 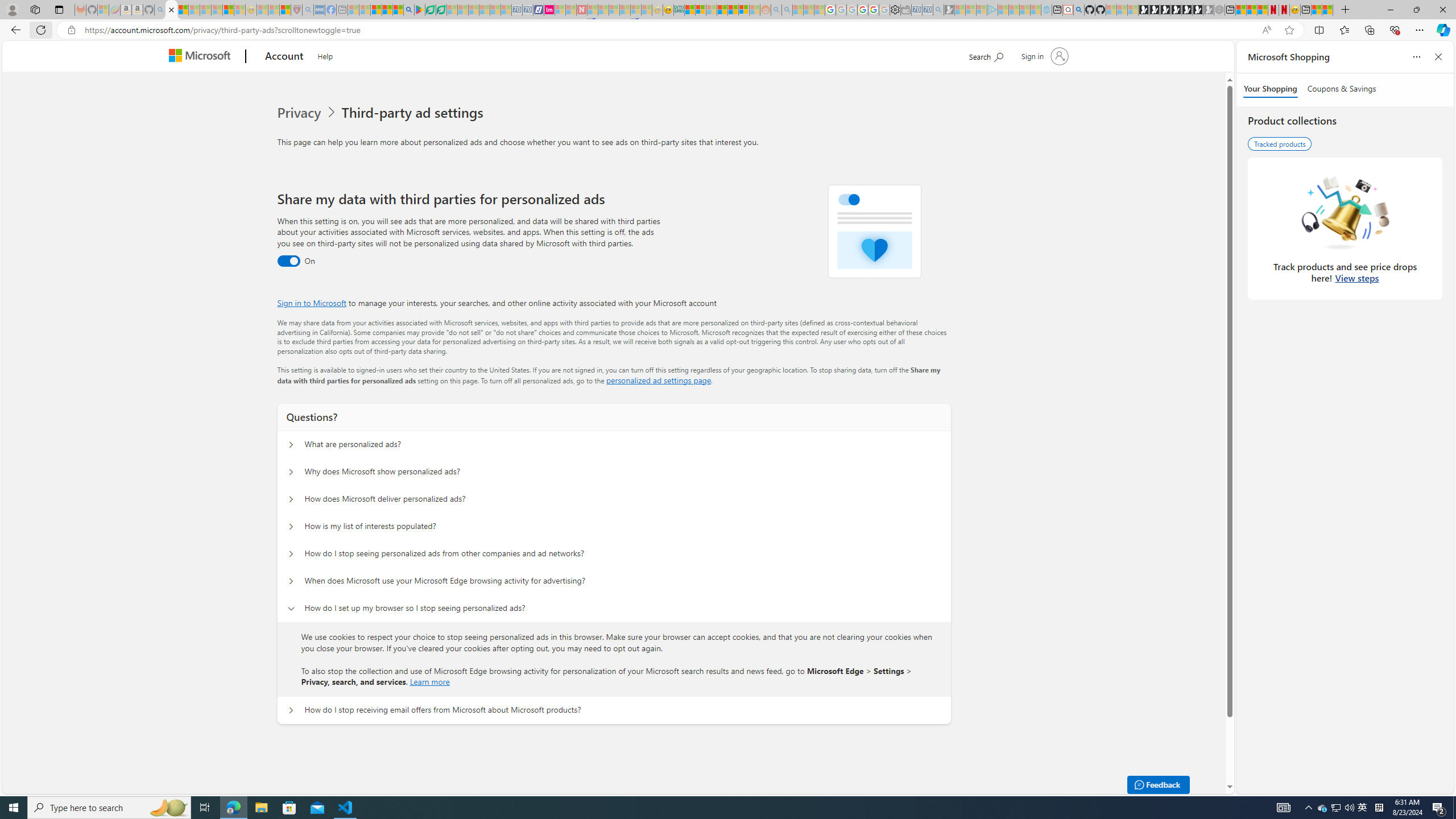 What do you see at coordinates (283, 56) in the screenshot?
I see `'Account'` at bounding box center [283, 56].